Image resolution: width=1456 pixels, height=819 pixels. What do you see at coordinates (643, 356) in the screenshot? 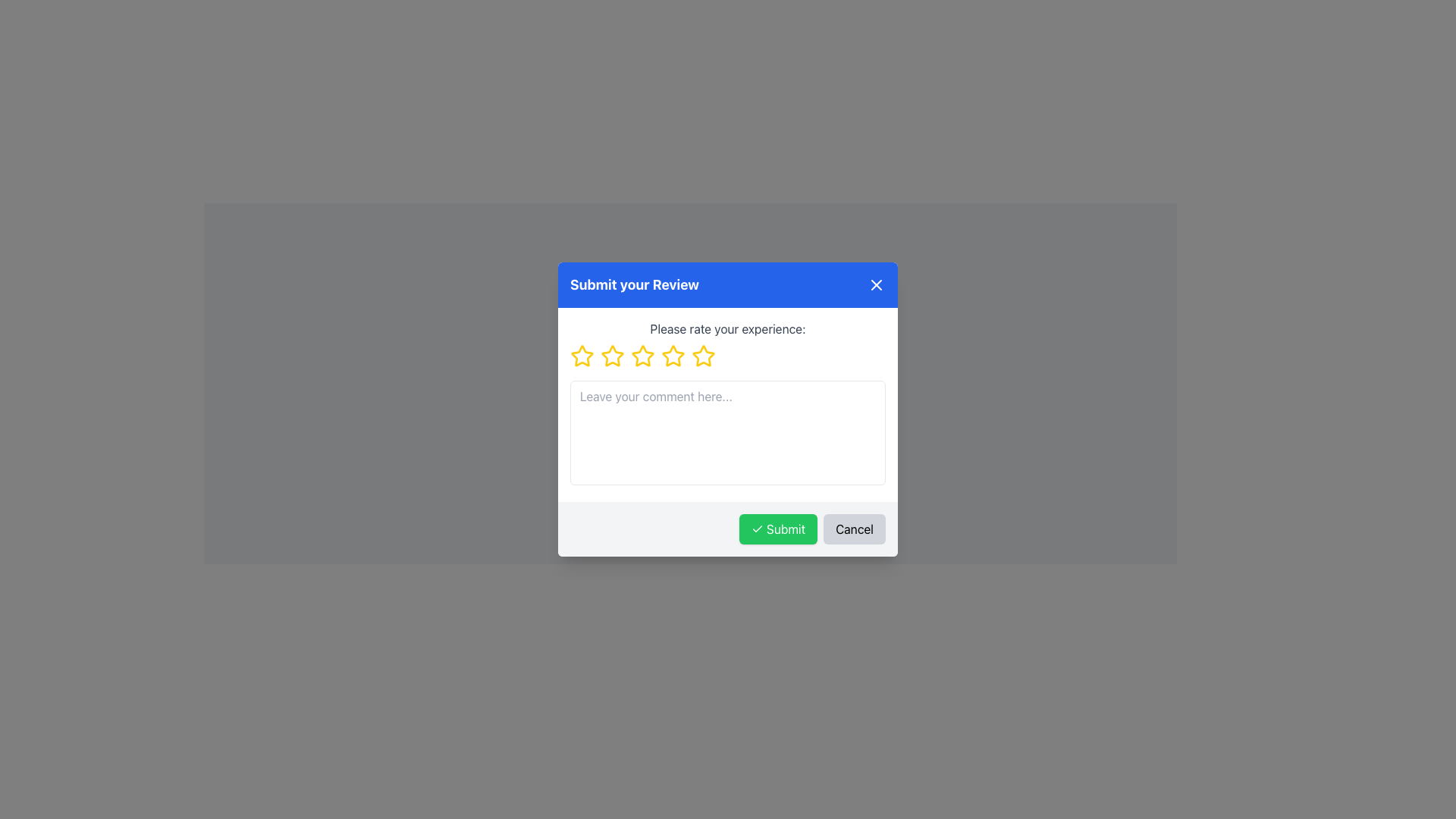
I see `the third star icon from the left in the rating system below the text 'Please rate your experience:'` at bounding box center [643, 356].